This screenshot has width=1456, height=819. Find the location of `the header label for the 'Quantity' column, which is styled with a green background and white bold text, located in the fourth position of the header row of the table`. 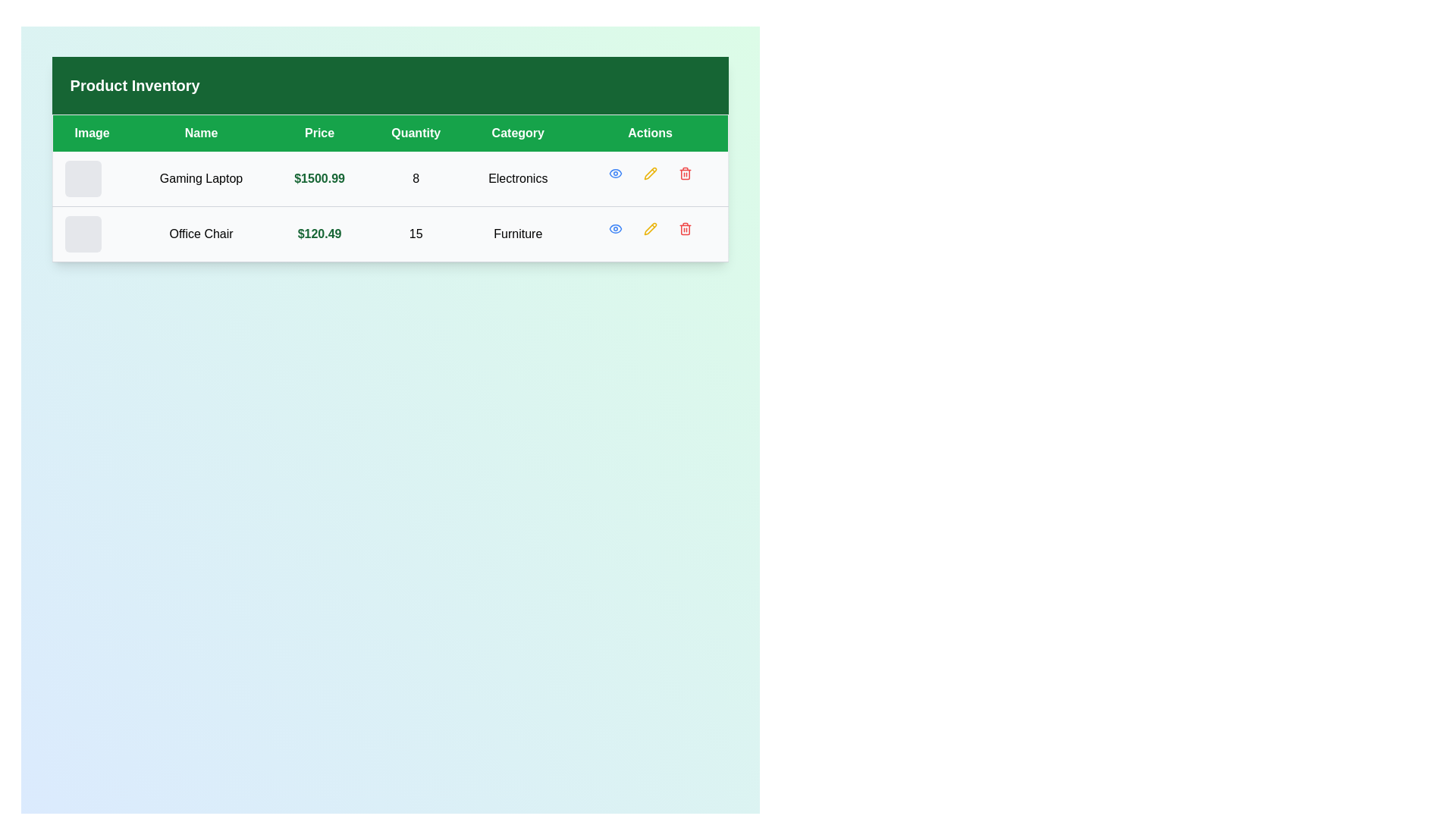

the header label for the 'Quantity' column, which is styled with a green background and white bold text, located in the fourth position of the header row of the table is located at coordinates (416, 132).